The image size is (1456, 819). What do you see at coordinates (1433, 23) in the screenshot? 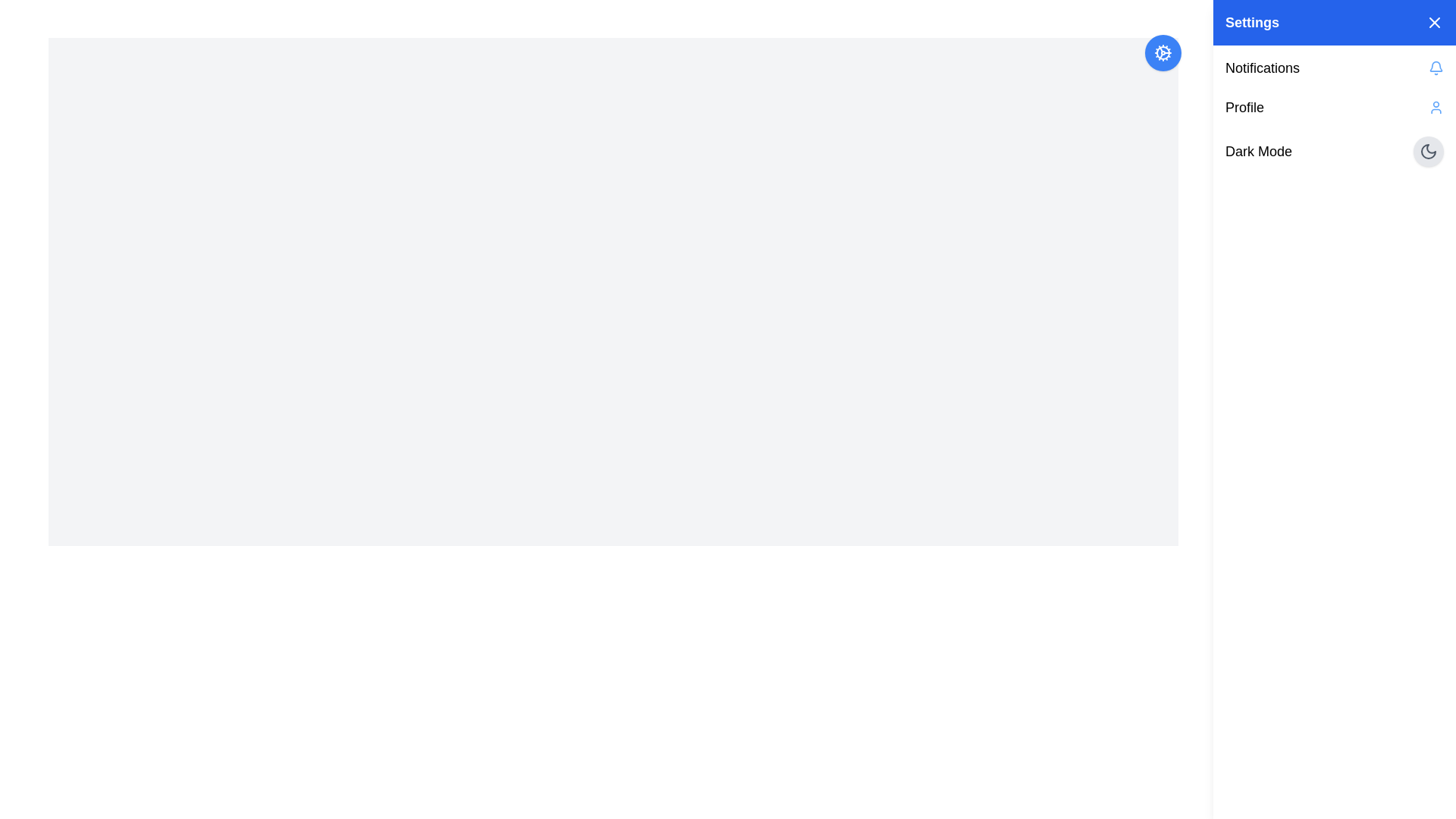
I see `the close button (icon-based) located at the top-right corner of the sidebar panel` at bounding box center [1433, 23].